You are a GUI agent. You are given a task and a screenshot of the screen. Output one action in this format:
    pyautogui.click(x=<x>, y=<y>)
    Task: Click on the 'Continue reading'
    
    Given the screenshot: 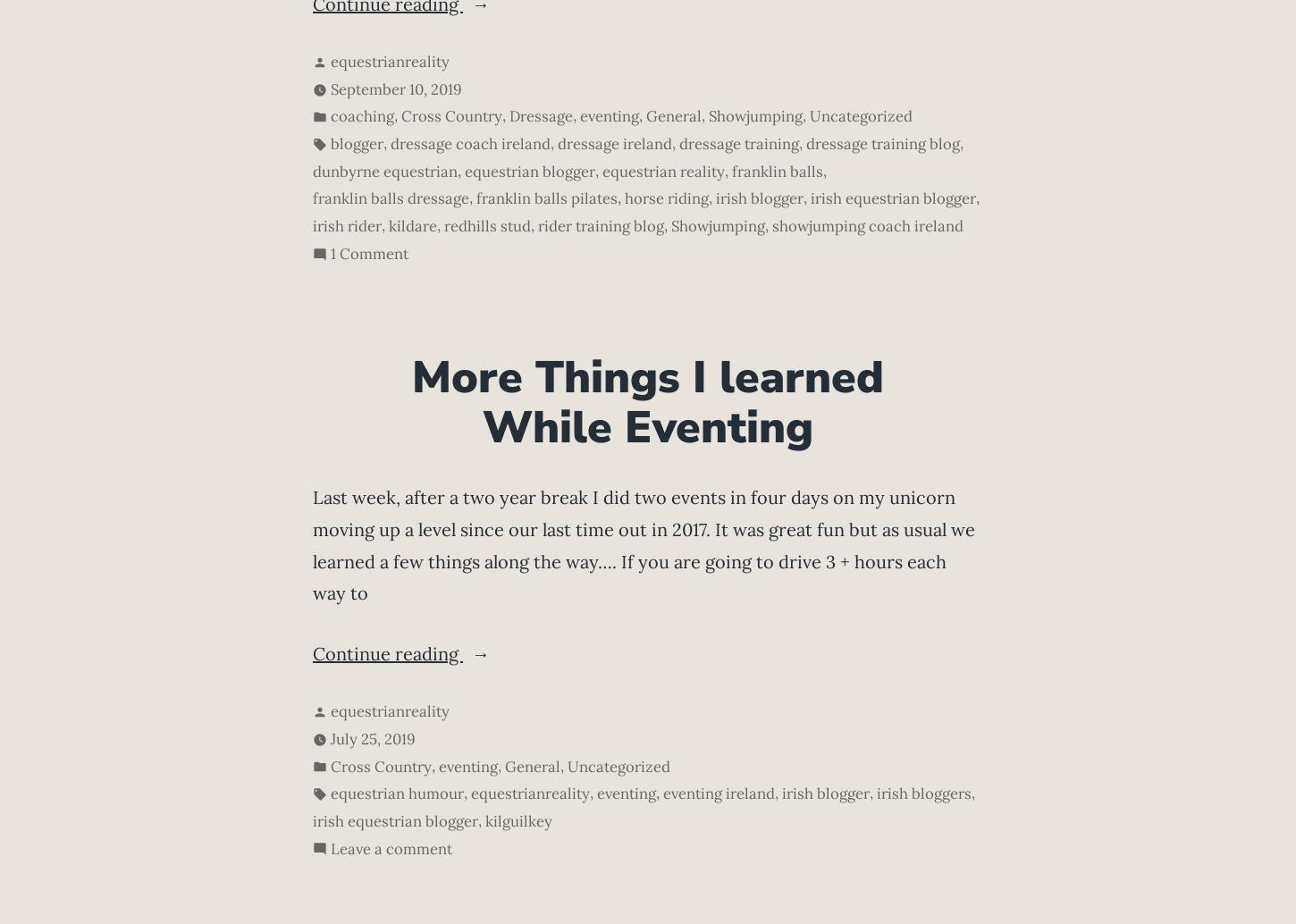 What is the action you would take?
    pyautogui.click(x=386, y=652)
    